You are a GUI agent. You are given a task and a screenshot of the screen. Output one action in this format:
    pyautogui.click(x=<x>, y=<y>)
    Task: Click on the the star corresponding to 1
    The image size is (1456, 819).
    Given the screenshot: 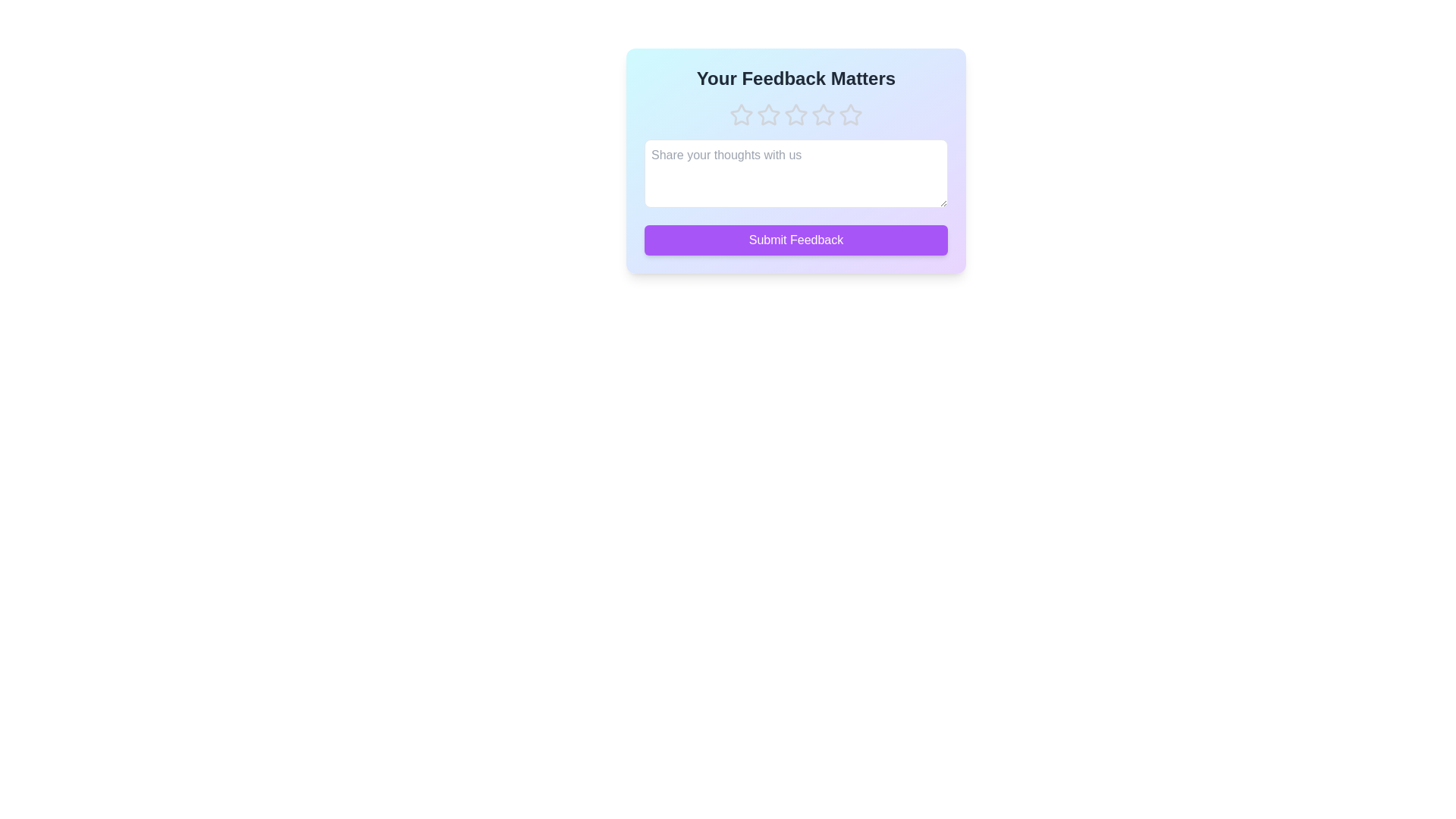 What is the action you would take?
    pyautogui.click(x=742, y=114)
    